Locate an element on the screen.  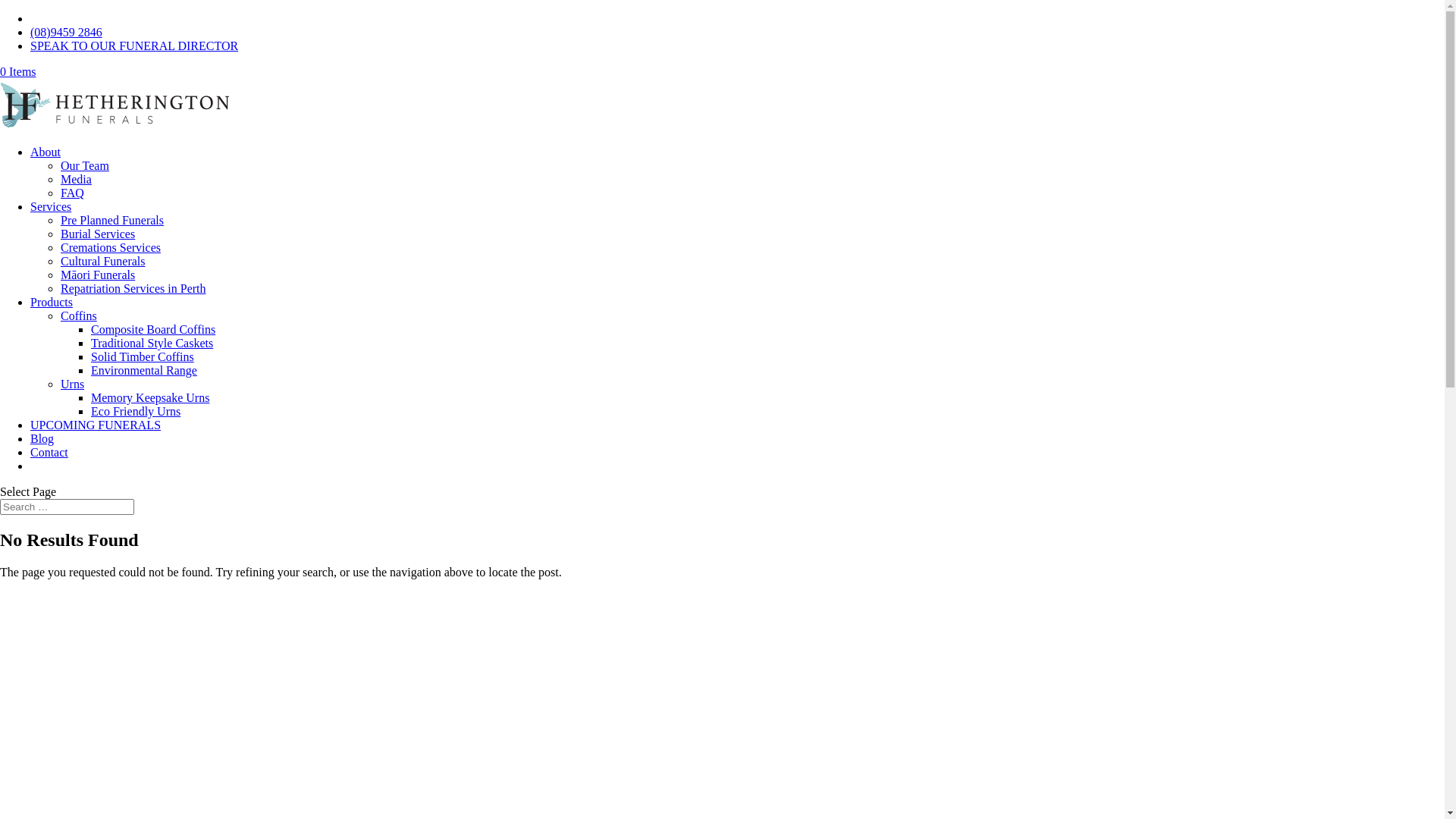
'Memory Keepsake Urns' is located at coordinates (149, 397).